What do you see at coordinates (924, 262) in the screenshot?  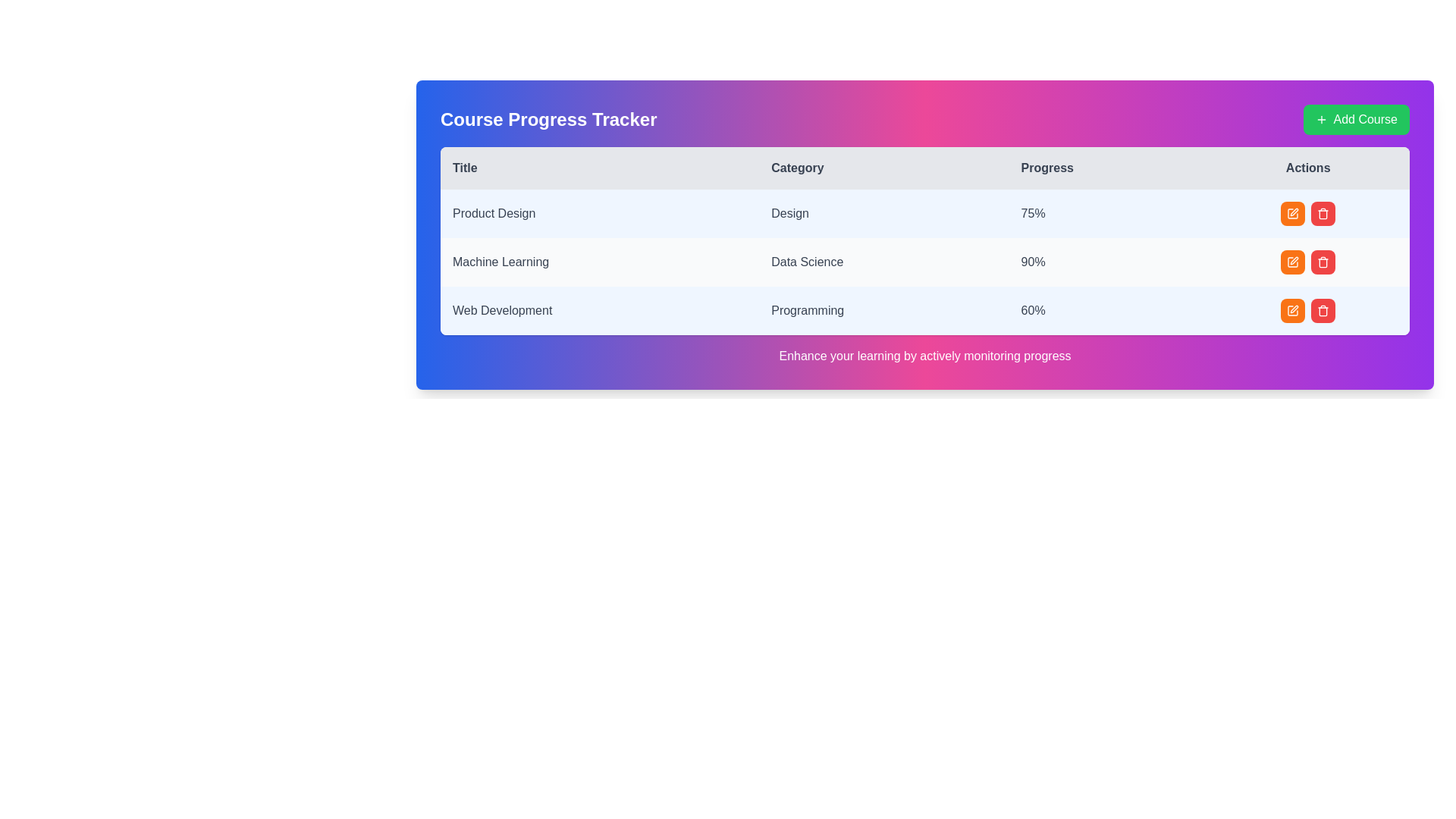 I see `the second row of the table that summarizes progress for a course category, specifically located between 'Product Design' and 'Web Development'` at bounding box center [924, 262].